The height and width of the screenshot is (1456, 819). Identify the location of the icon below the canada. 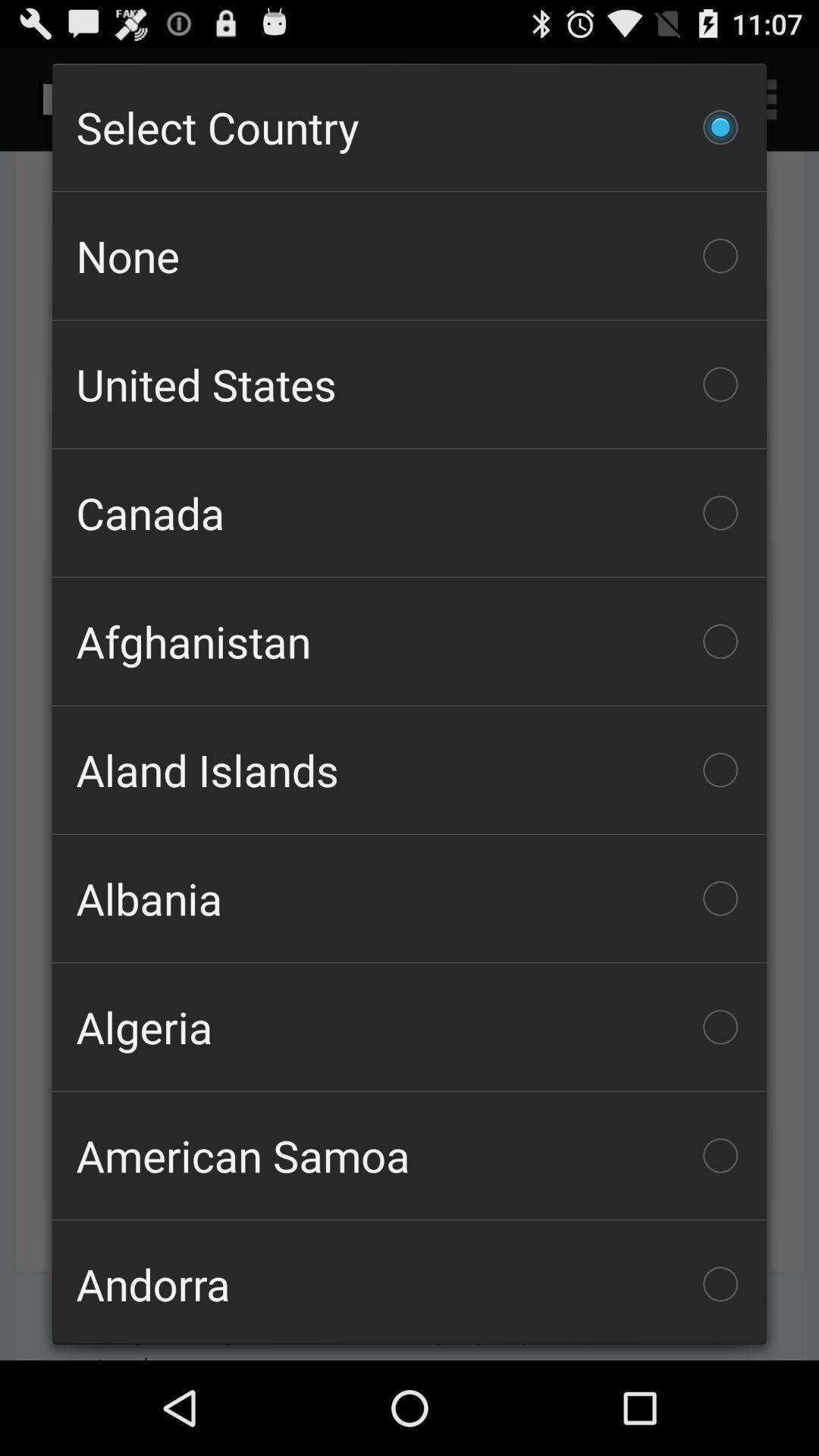
(409, 641).